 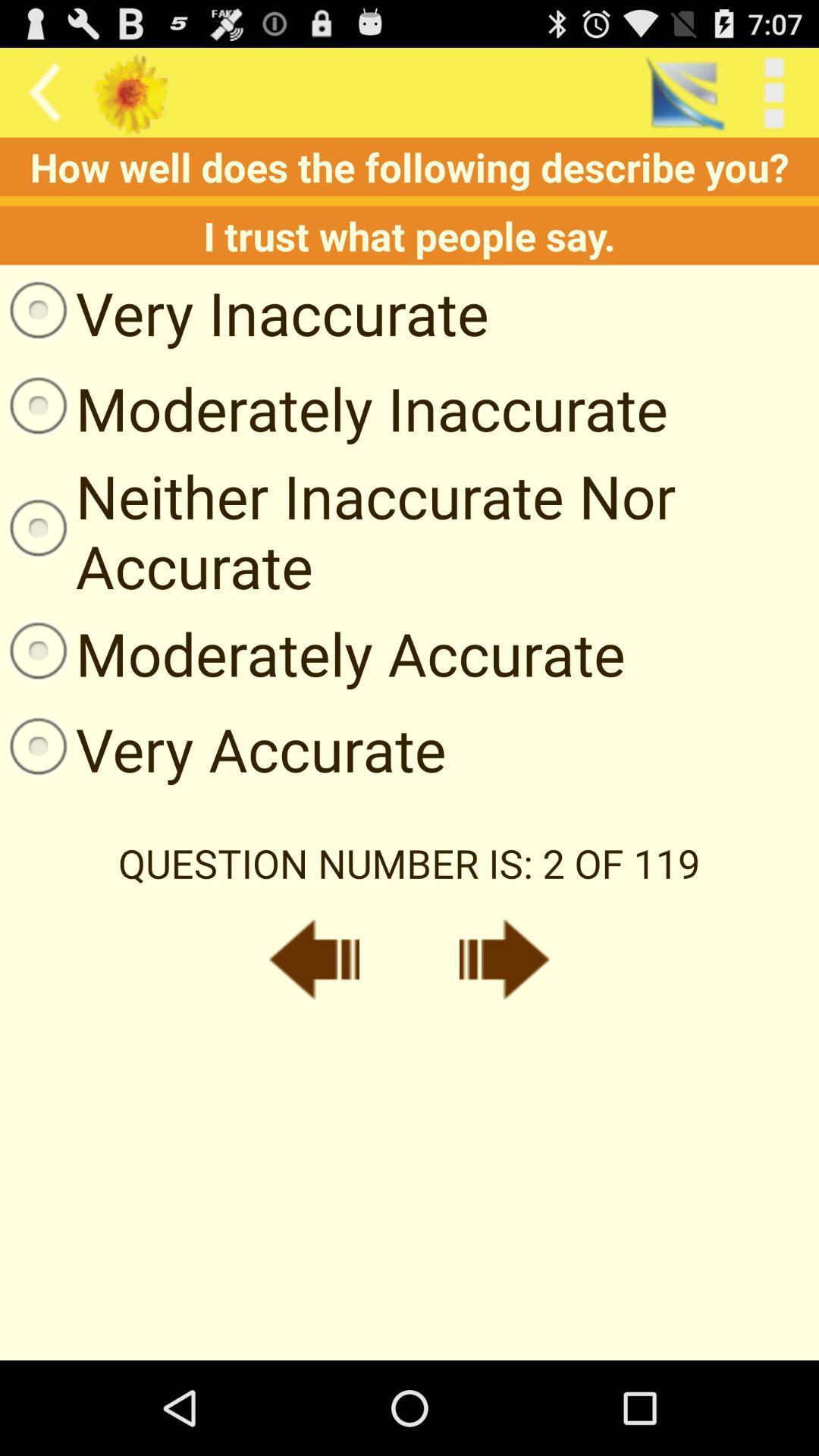 I want to click on the next question, so click(x=504, y=959).